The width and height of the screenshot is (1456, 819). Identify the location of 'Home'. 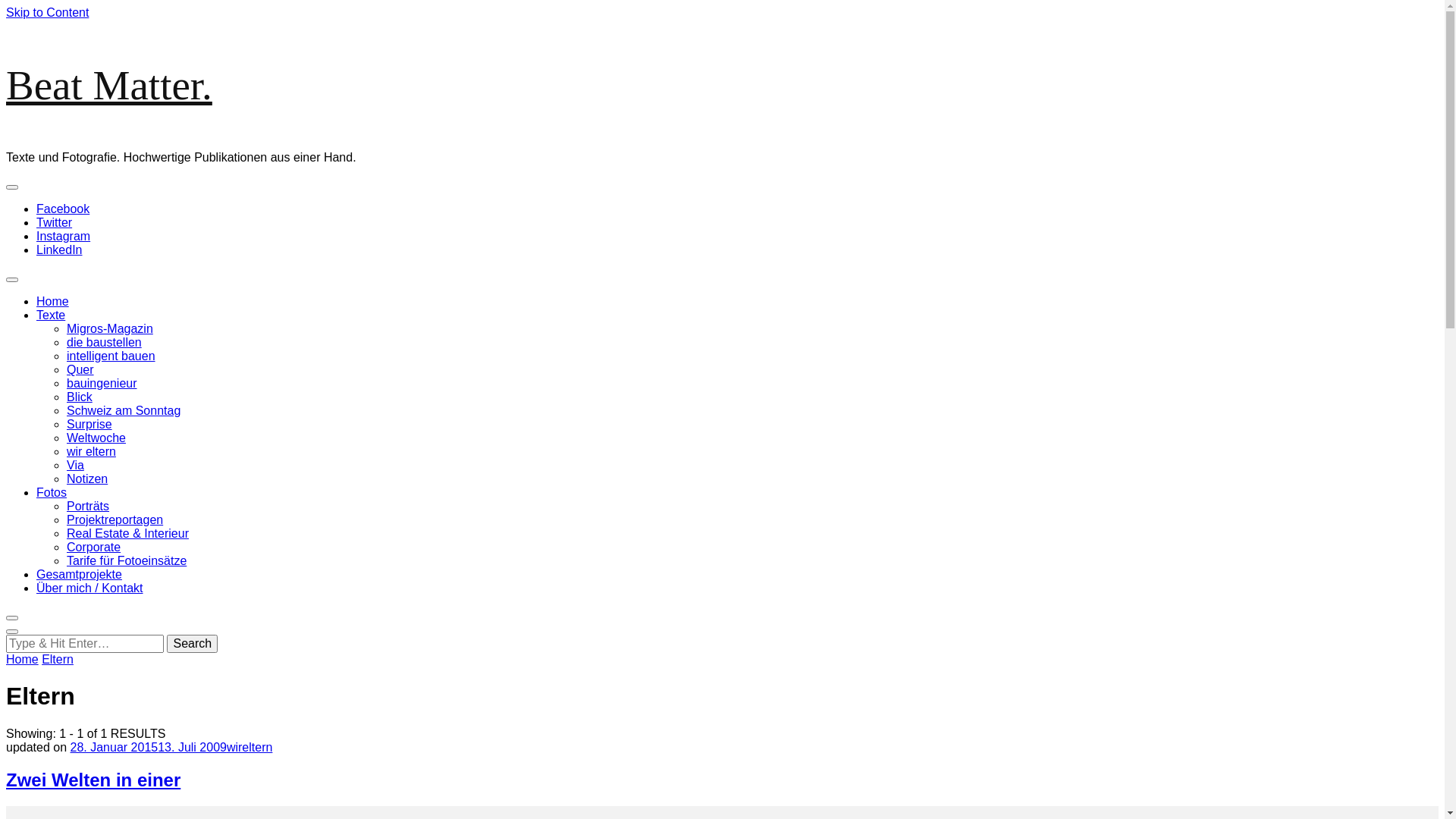
(52, 301).